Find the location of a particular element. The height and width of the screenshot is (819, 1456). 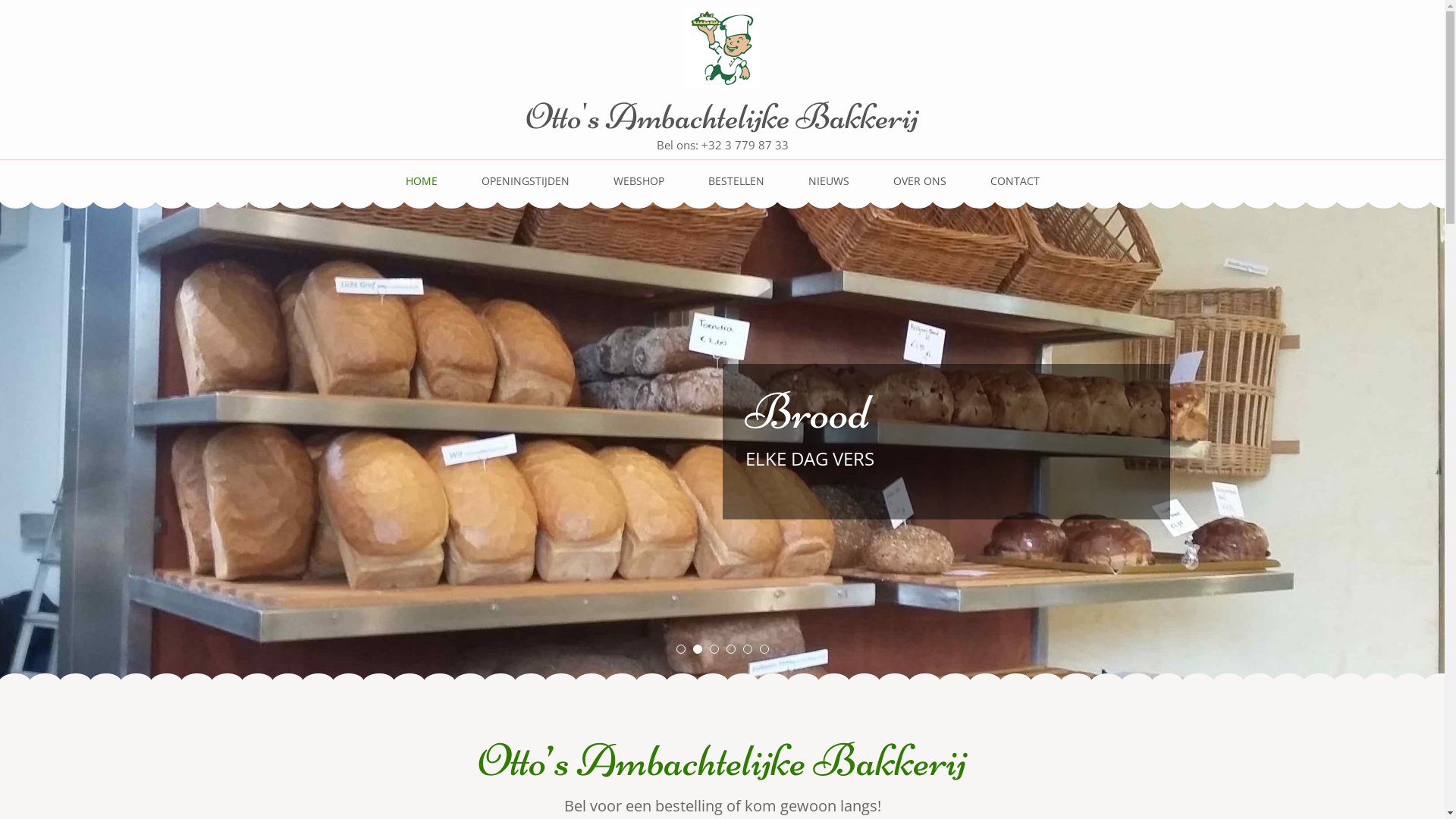

'BESTELLEN' is located at coordinates (736, 187).